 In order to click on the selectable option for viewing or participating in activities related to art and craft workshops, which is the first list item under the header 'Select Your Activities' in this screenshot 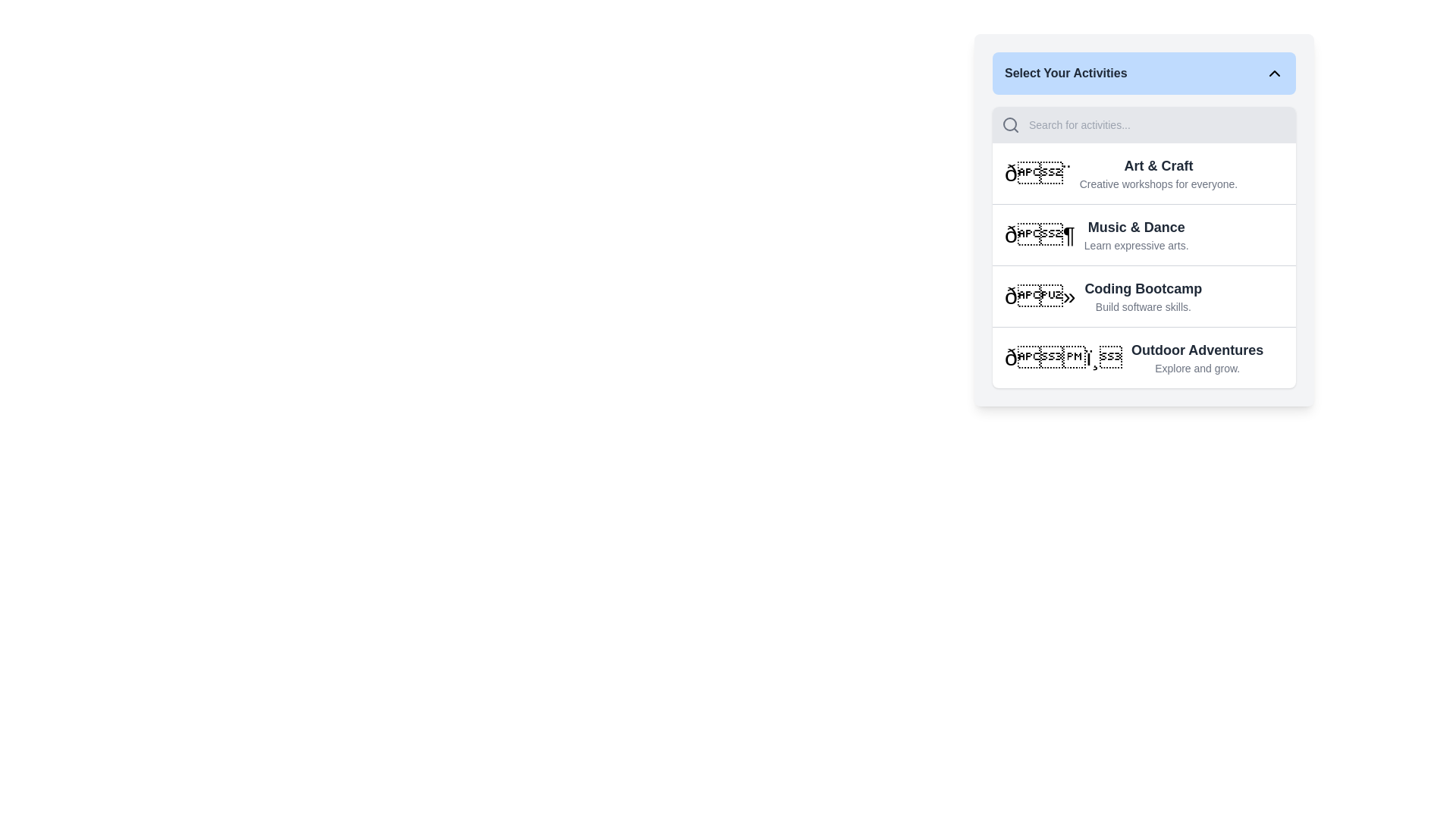, I will do `click(1144, 172)`.